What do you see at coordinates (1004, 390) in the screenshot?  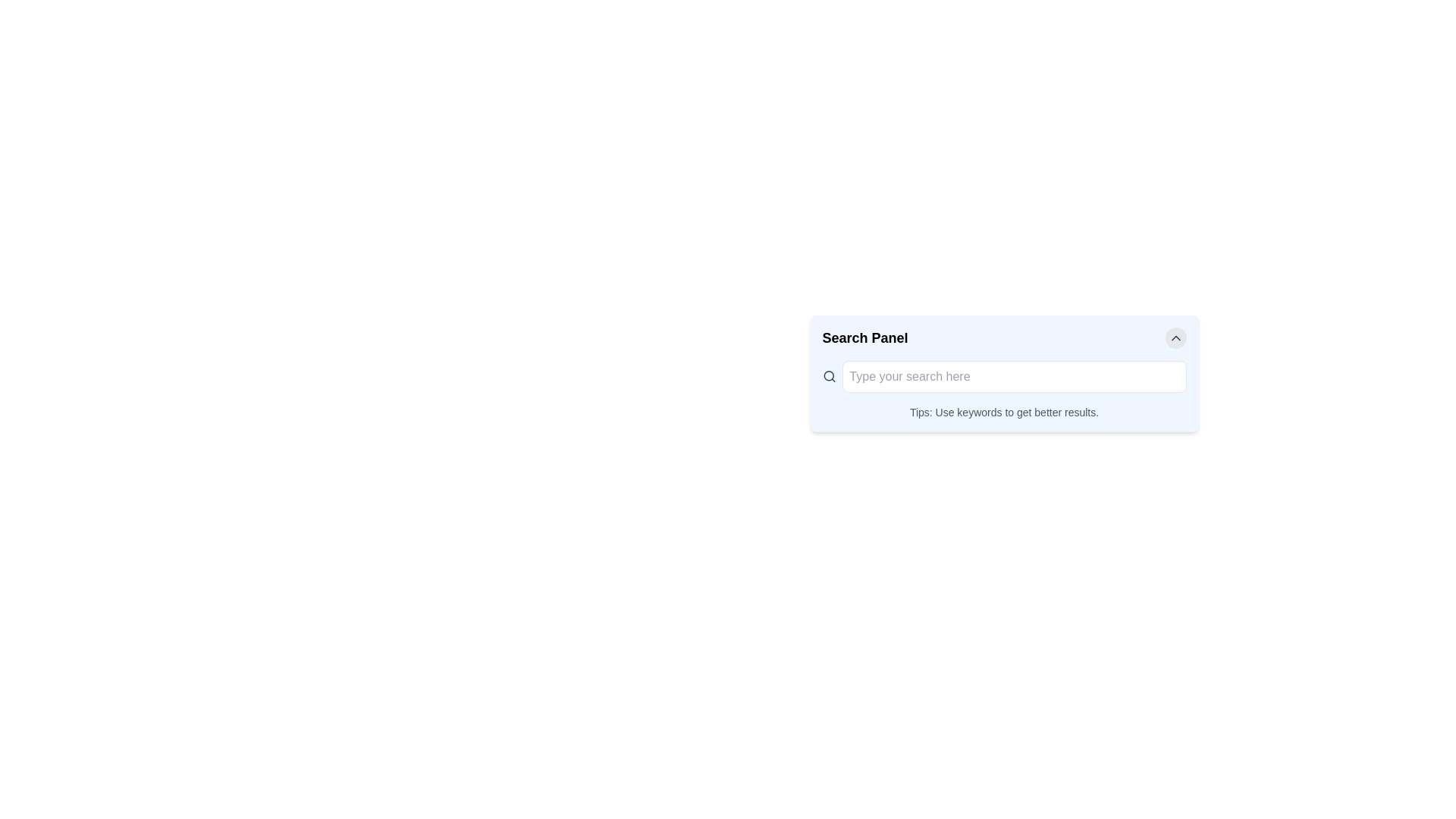 I see `provided tip below the search input field within the search panel, which guides users on achieving better search results` at bounding box center [1004, 390].